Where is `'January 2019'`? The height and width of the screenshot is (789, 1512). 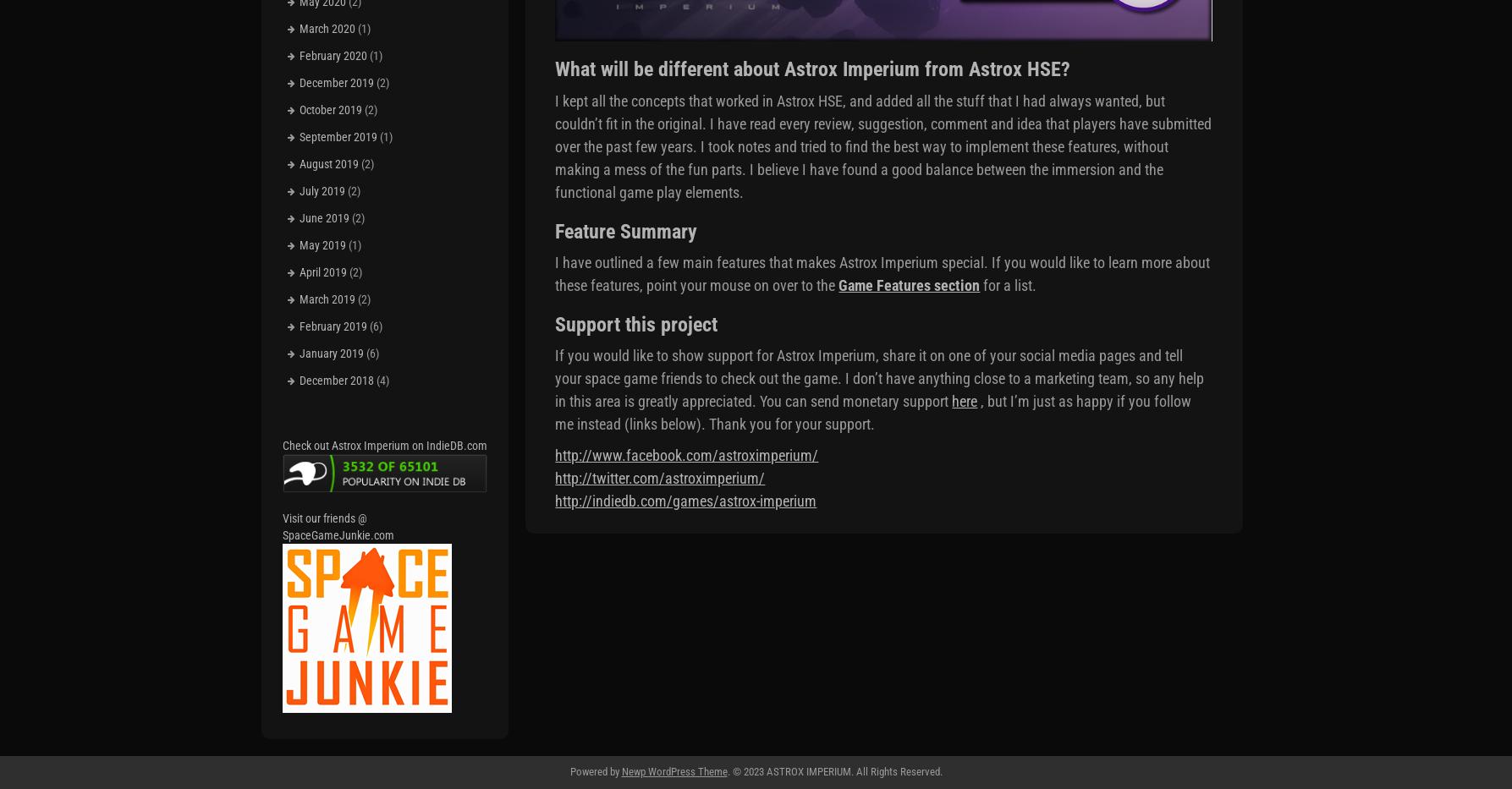
'January 2019' is located at coordinates (330, 351).